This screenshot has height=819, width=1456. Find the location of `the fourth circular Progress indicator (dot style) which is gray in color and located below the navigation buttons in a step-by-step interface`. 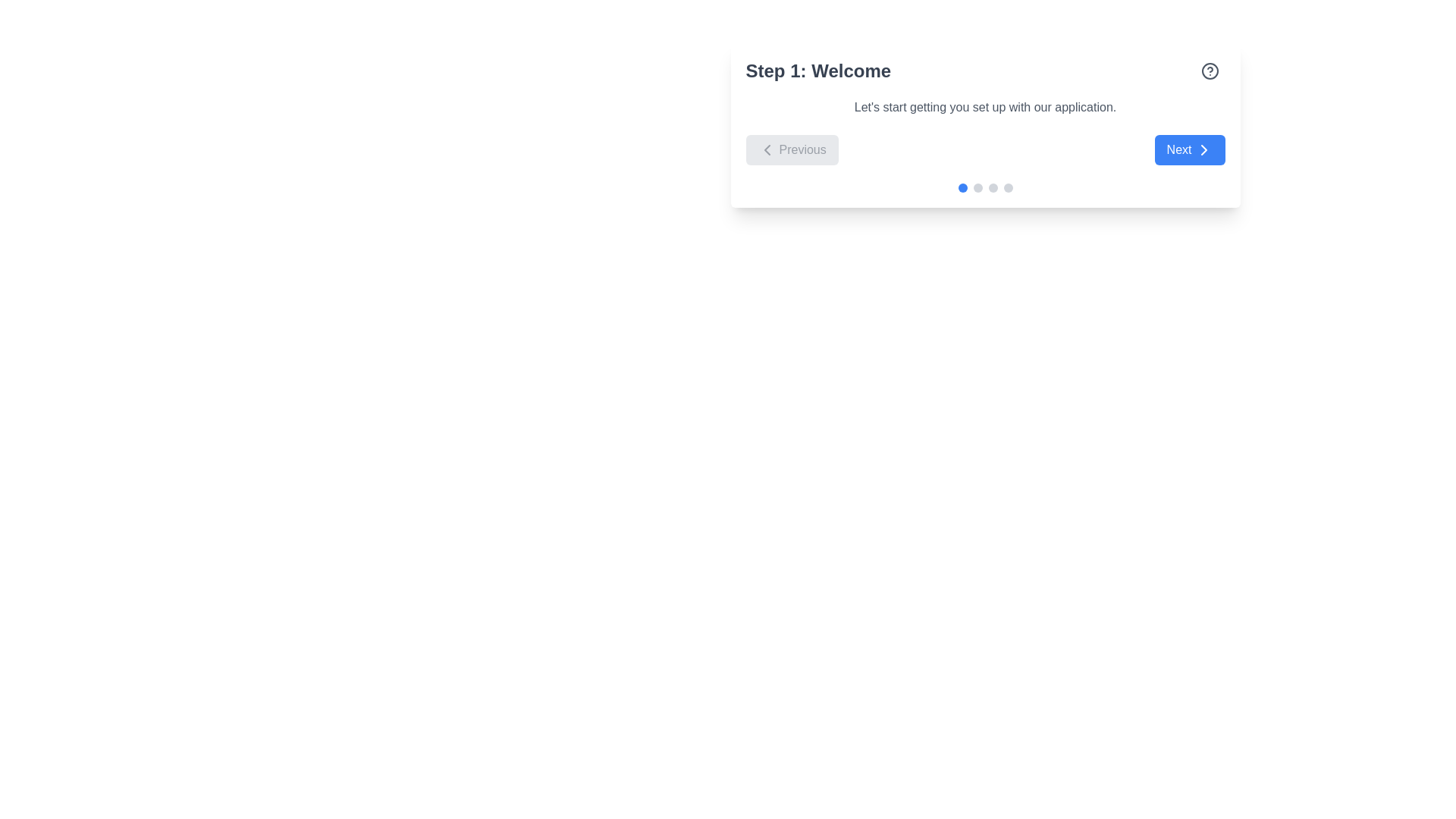

the fourth circular Progress indicator (dot style) which is gray in color and located below the navigation buttons in a step-by-step interface is located at coordinates (1008, 187).